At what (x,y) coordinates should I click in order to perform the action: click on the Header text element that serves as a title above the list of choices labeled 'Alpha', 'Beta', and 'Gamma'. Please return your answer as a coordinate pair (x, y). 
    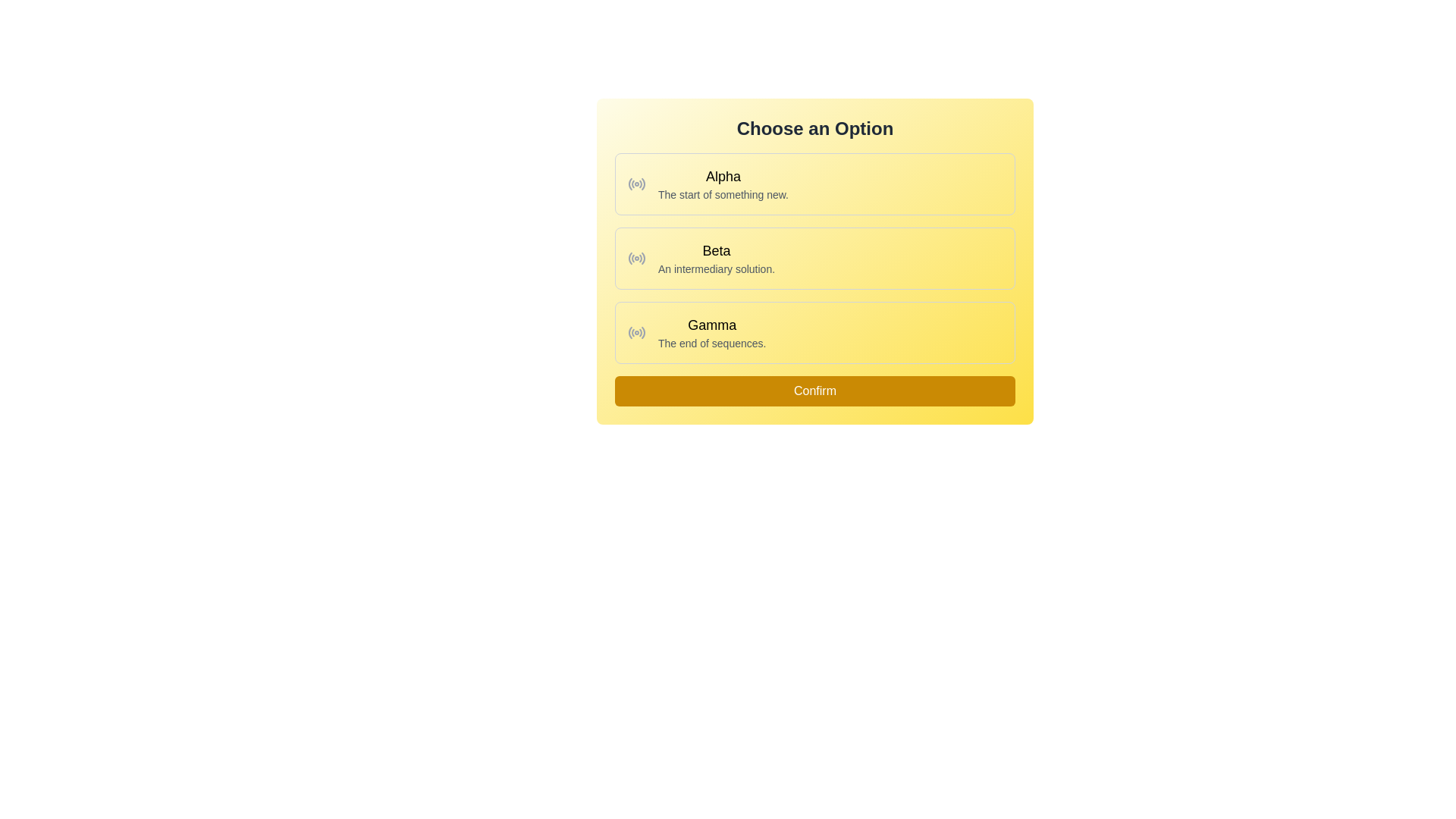
    Looking at the image, I should click on (814, 127).